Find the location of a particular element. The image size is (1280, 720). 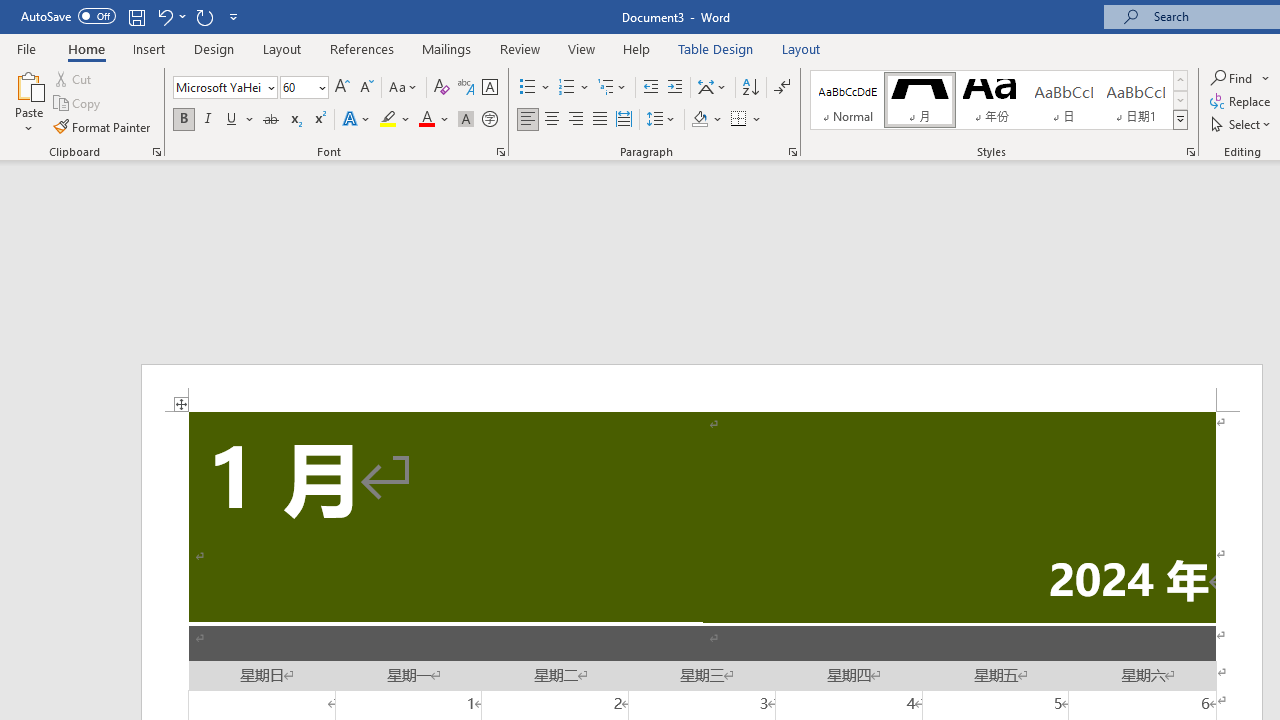

'Customize Quick Access Toolbar' is located at coordinates (234, 16).